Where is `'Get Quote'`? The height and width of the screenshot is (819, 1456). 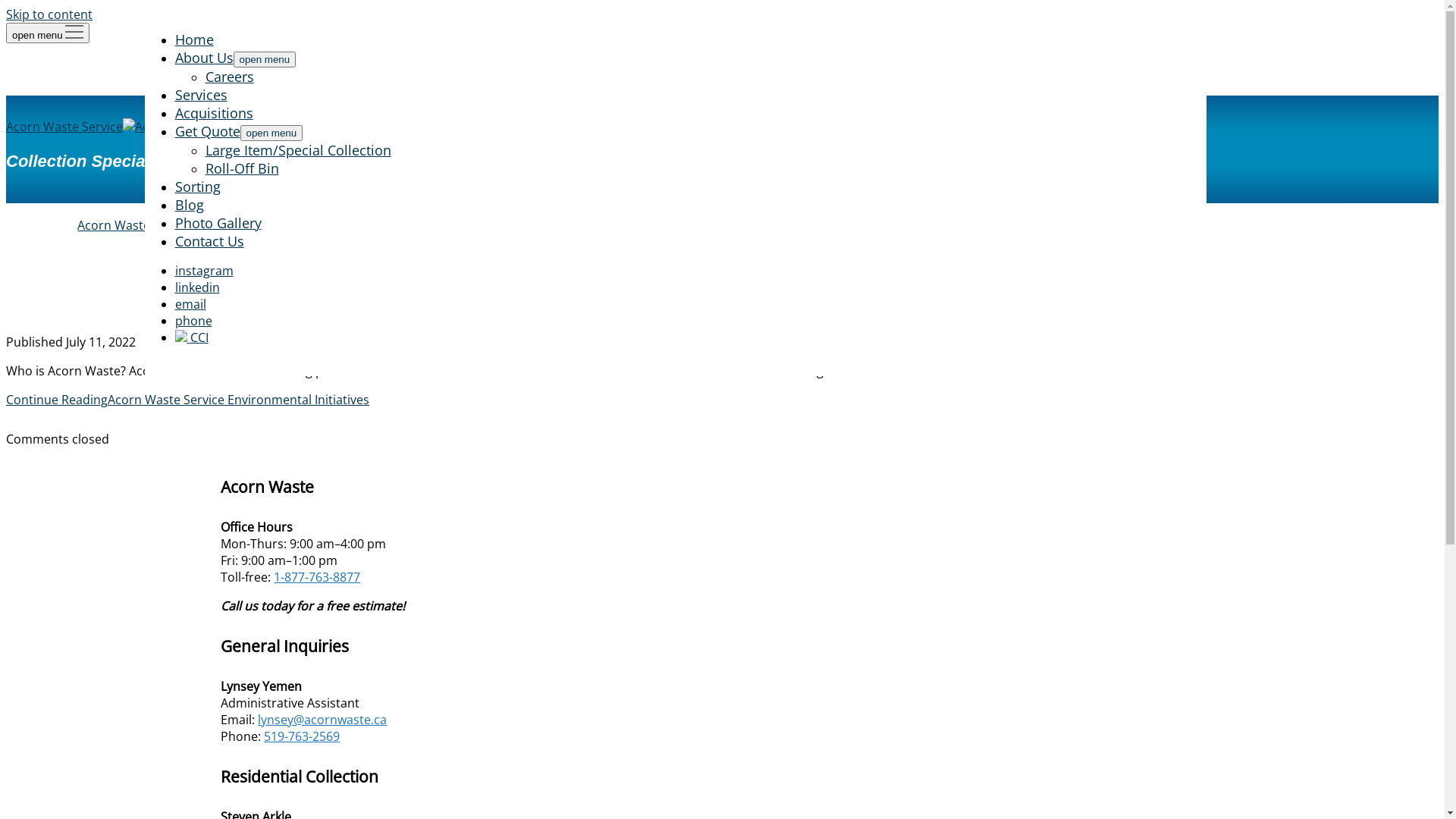
'Get Quote' is located at coordinates (174, 130).